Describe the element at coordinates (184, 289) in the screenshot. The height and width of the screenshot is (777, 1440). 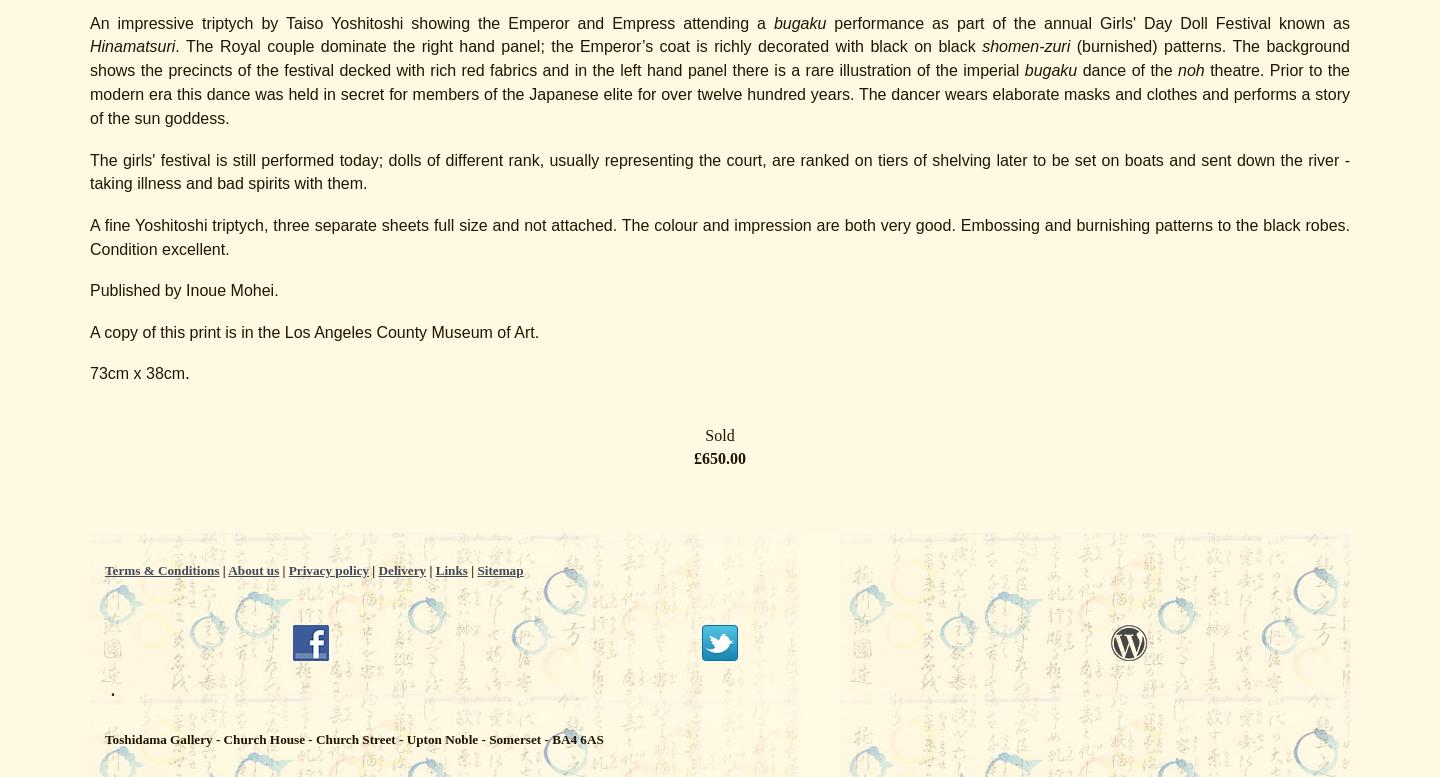
I see `'Published by Inoue Mohei.'` at that location.